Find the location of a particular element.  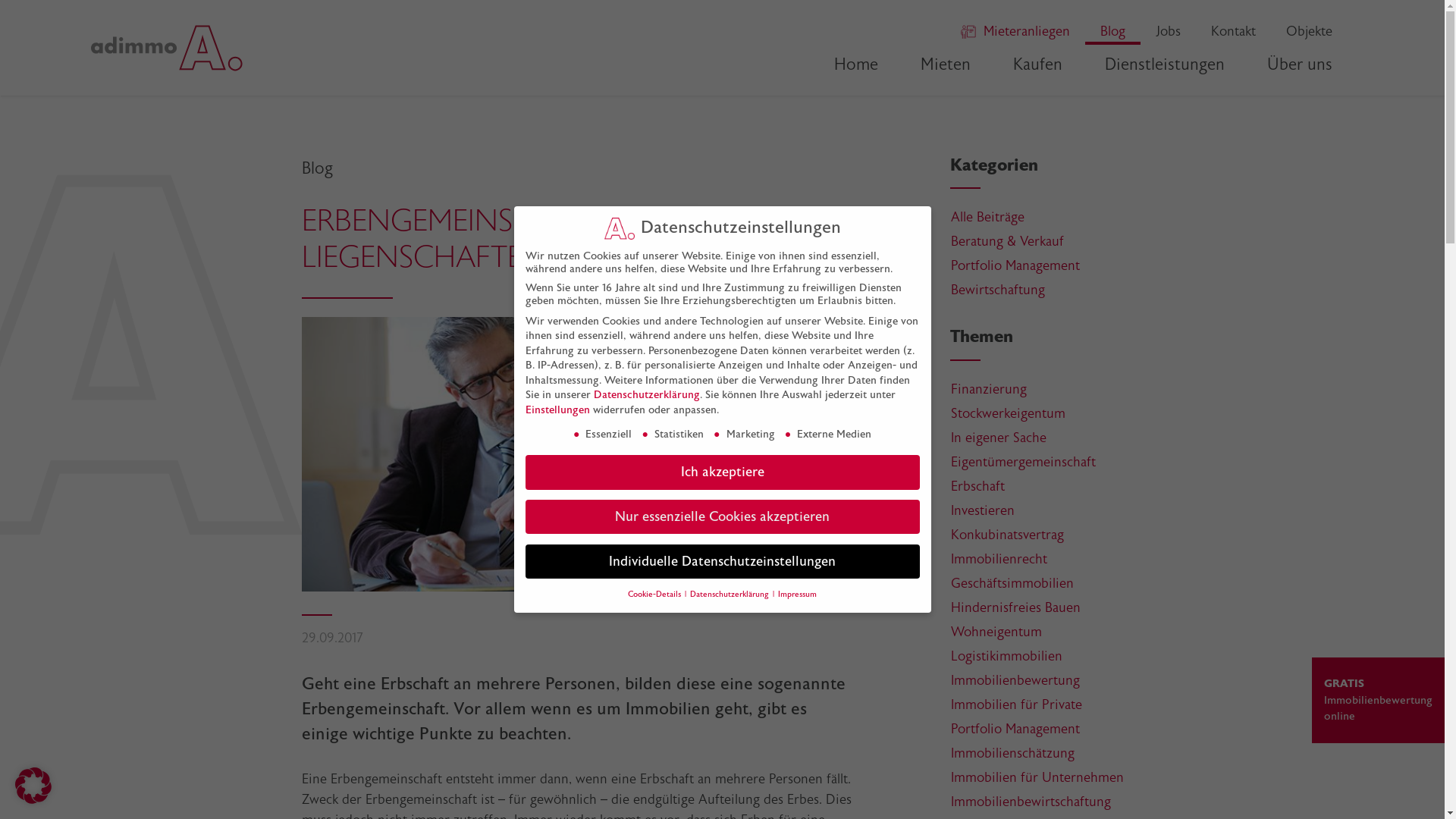

'Blog' is located at coordinates (1112, 31).